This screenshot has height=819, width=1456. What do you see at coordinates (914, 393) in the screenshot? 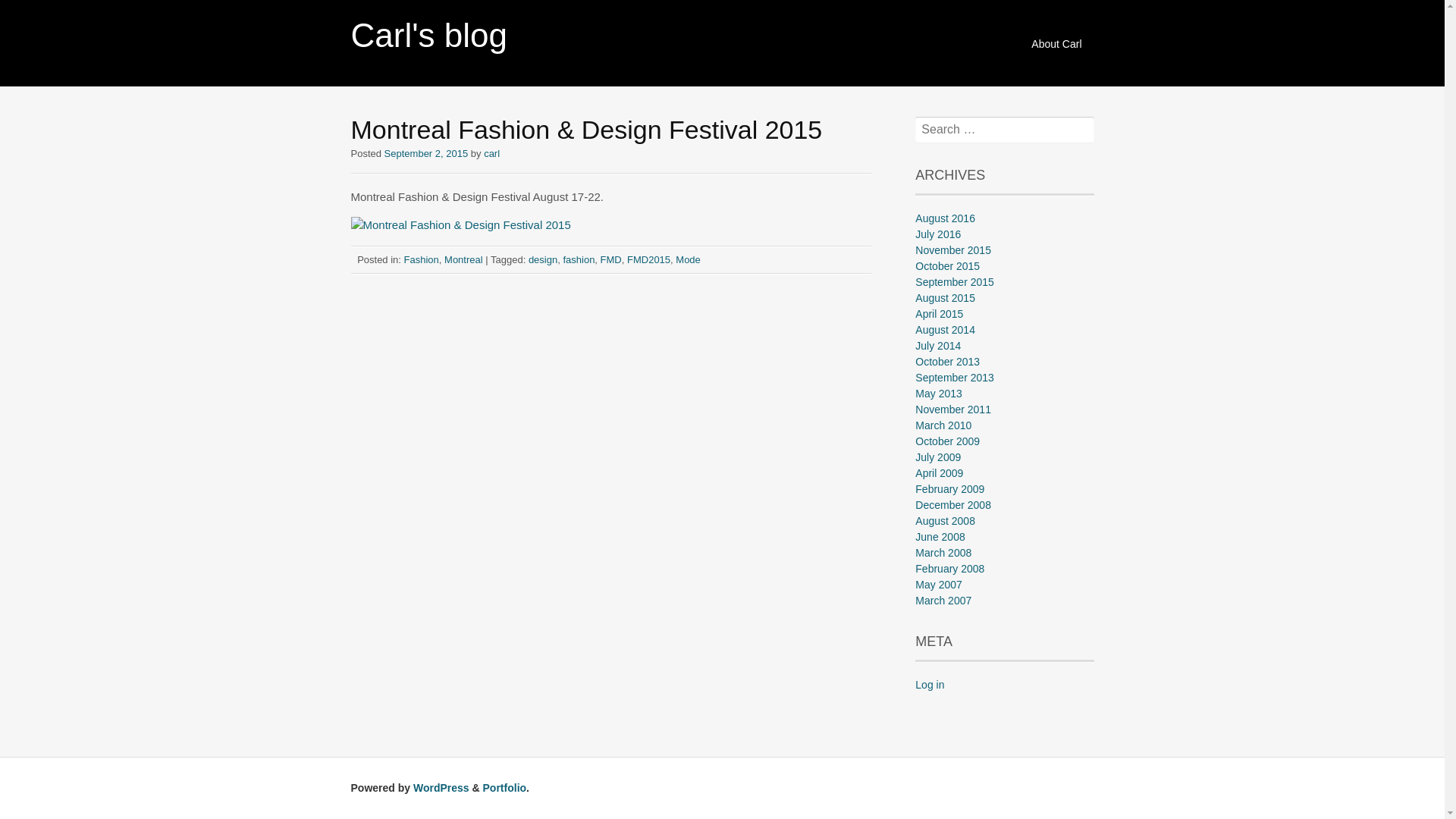
I see `'May 2013'` at bounding box center [914, 393].